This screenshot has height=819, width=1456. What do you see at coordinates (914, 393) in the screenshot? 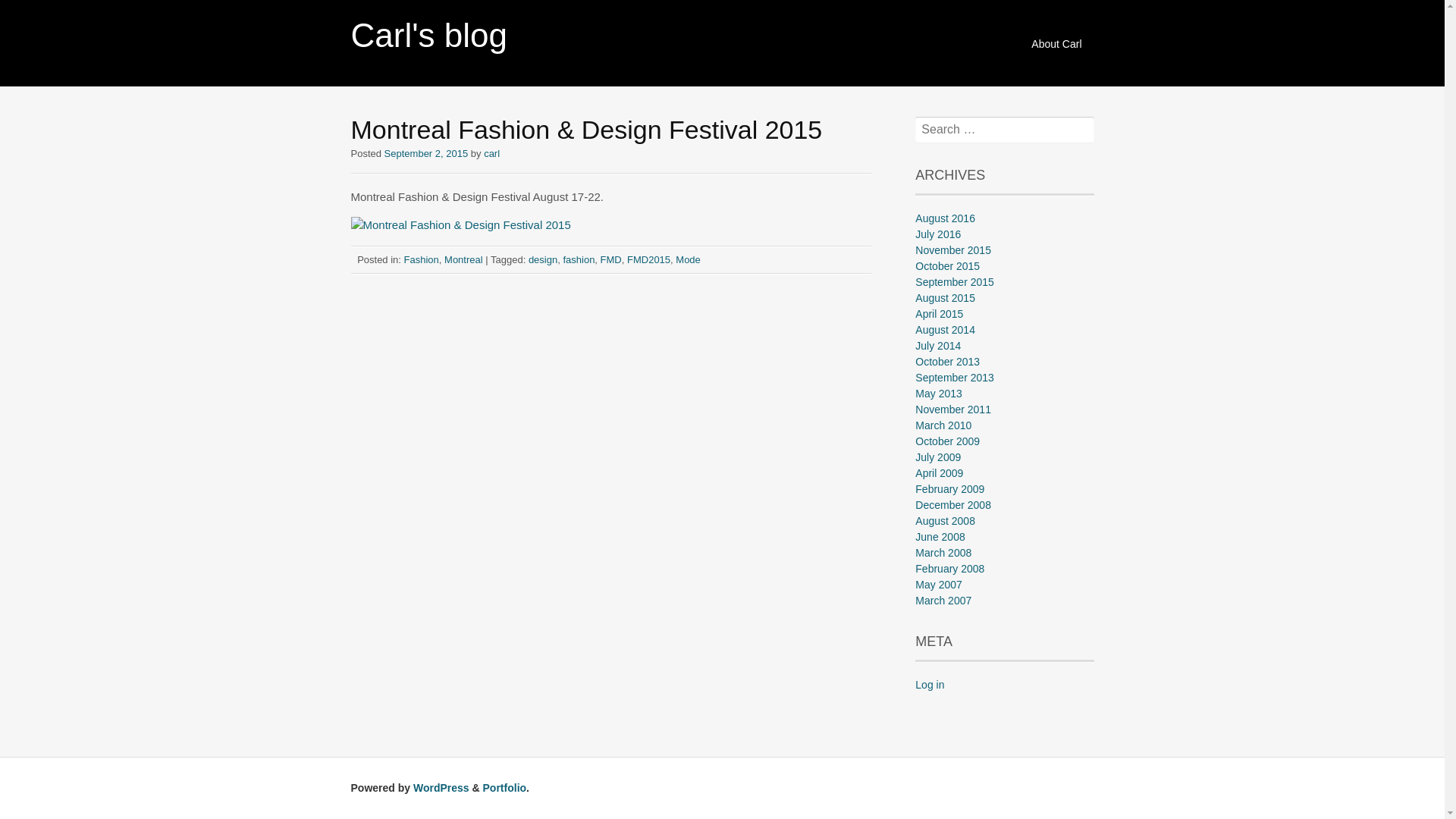
I see `'May 2013'` at bounding box center [914, 393].